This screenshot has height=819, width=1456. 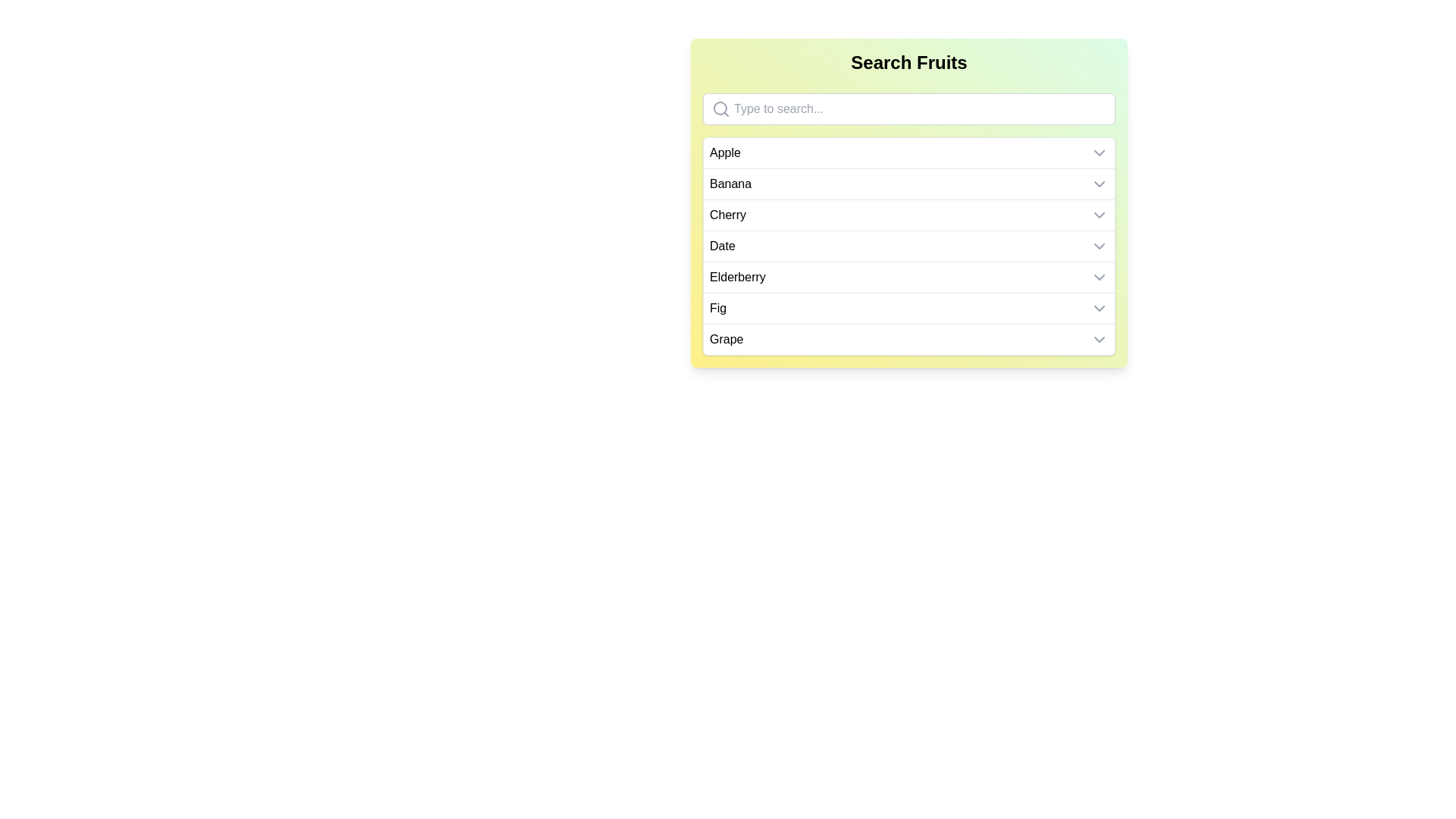 I want to click on the fifth item in the dropdown menu that allows users, so click(x=909, y=277).